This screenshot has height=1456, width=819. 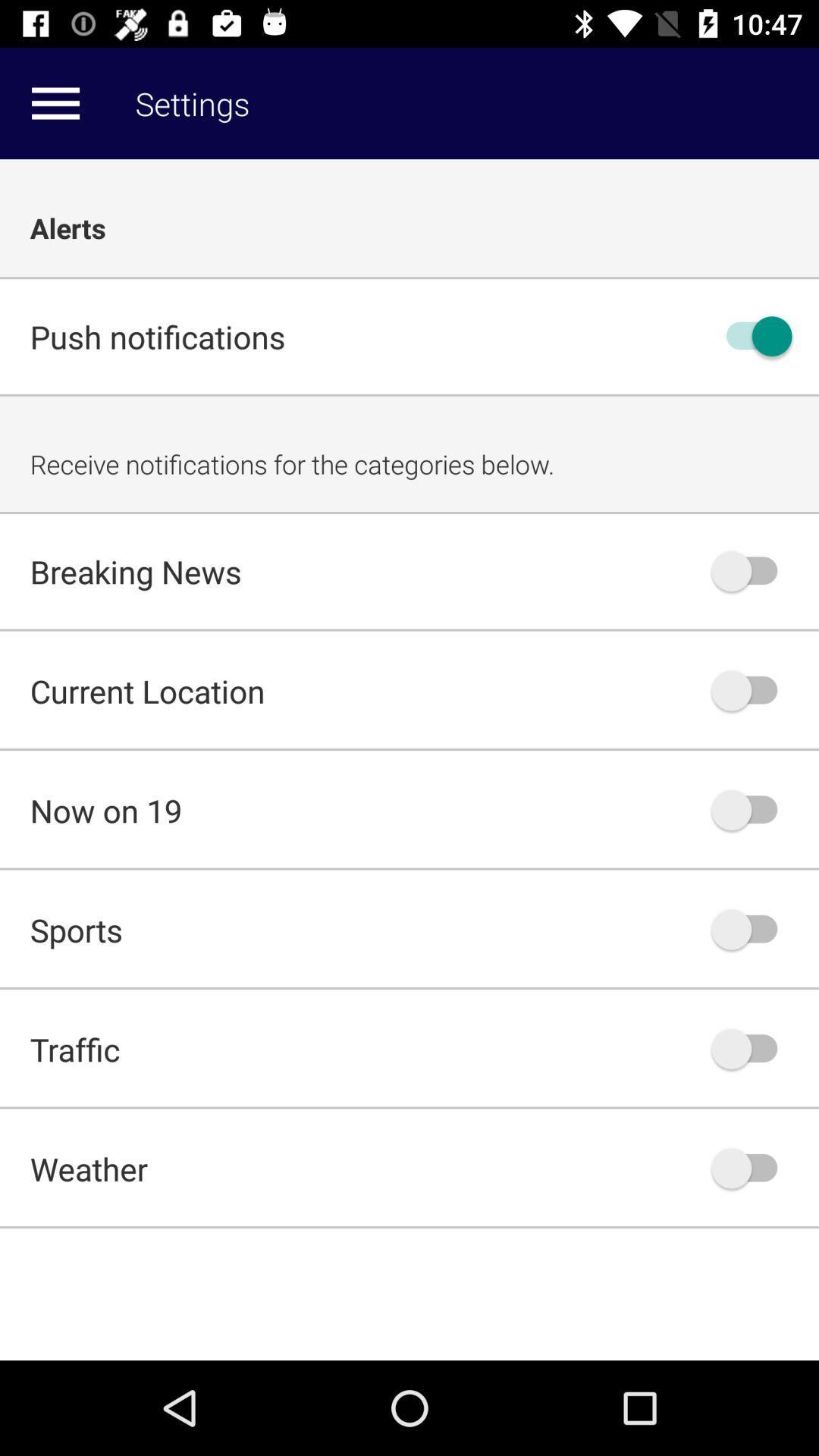 What do you see at coordinates (752, 1167) in the screenshot?
I see `weather option turned off` at bounding box center [752, 1167].